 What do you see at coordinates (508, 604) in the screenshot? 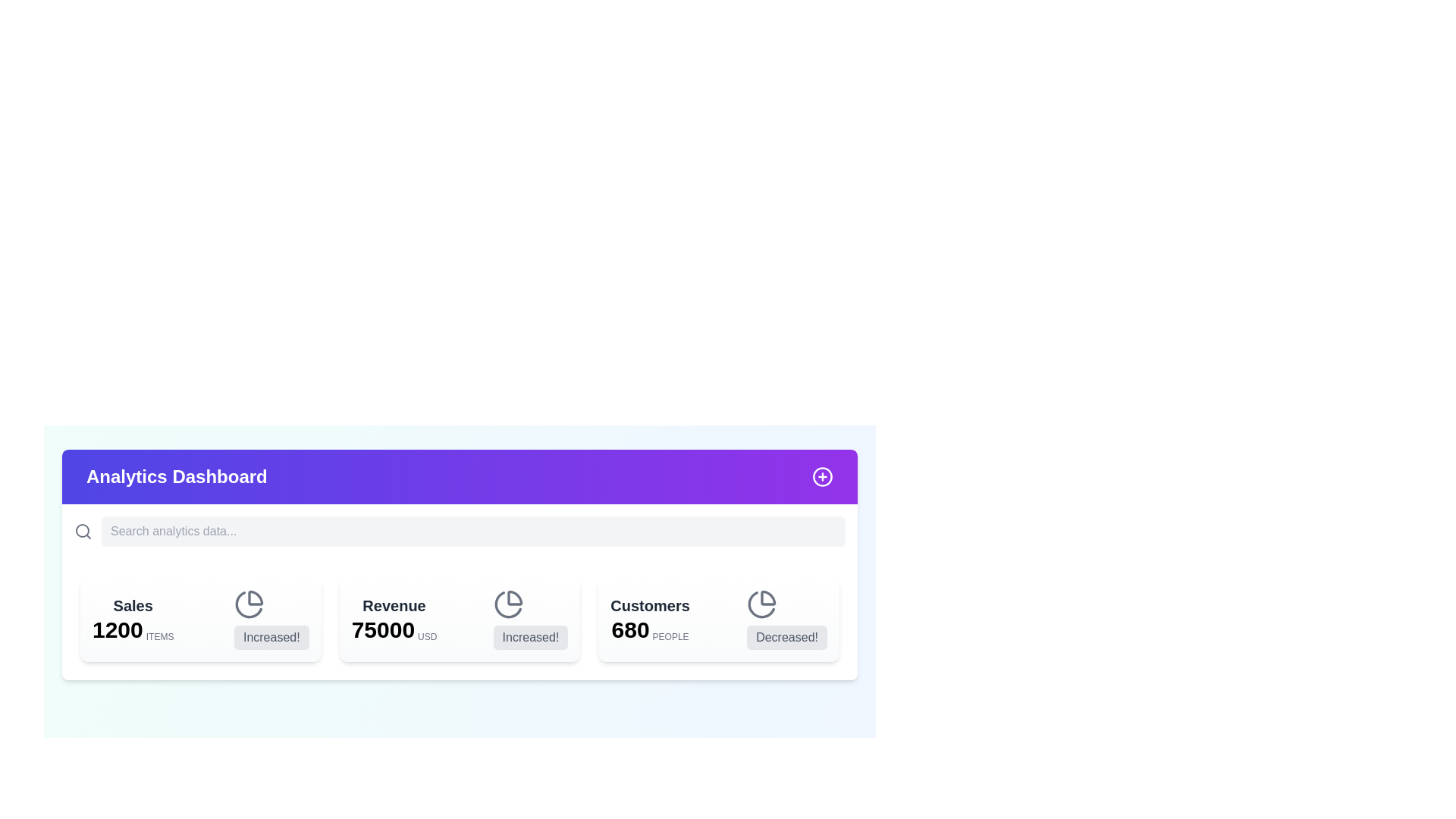
I see `the inline SVG pie chart icon with a gray color scheme located in the 'Revenue' section of the dashboard, positioned above the text 'Increased!' and next to the value of 75000 USD` at bounding box center [508, 604].